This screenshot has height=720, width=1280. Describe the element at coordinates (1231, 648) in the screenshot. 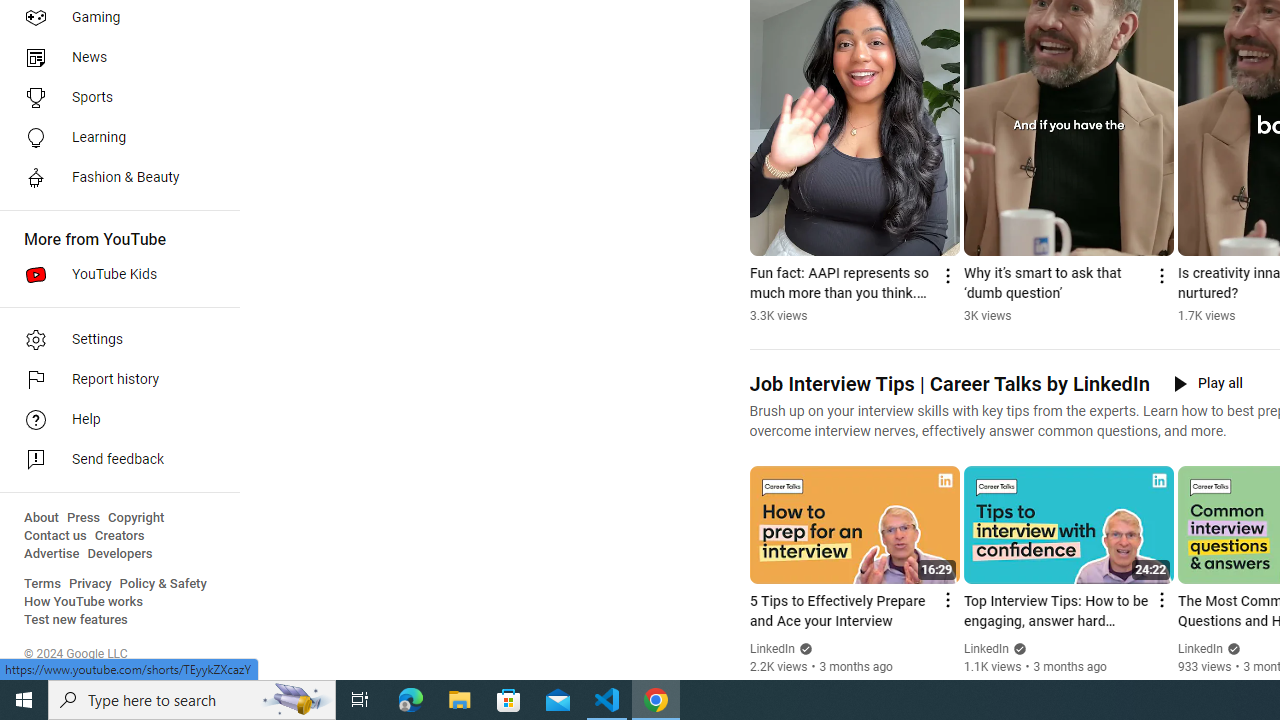

I see `'Verified'` at that location.